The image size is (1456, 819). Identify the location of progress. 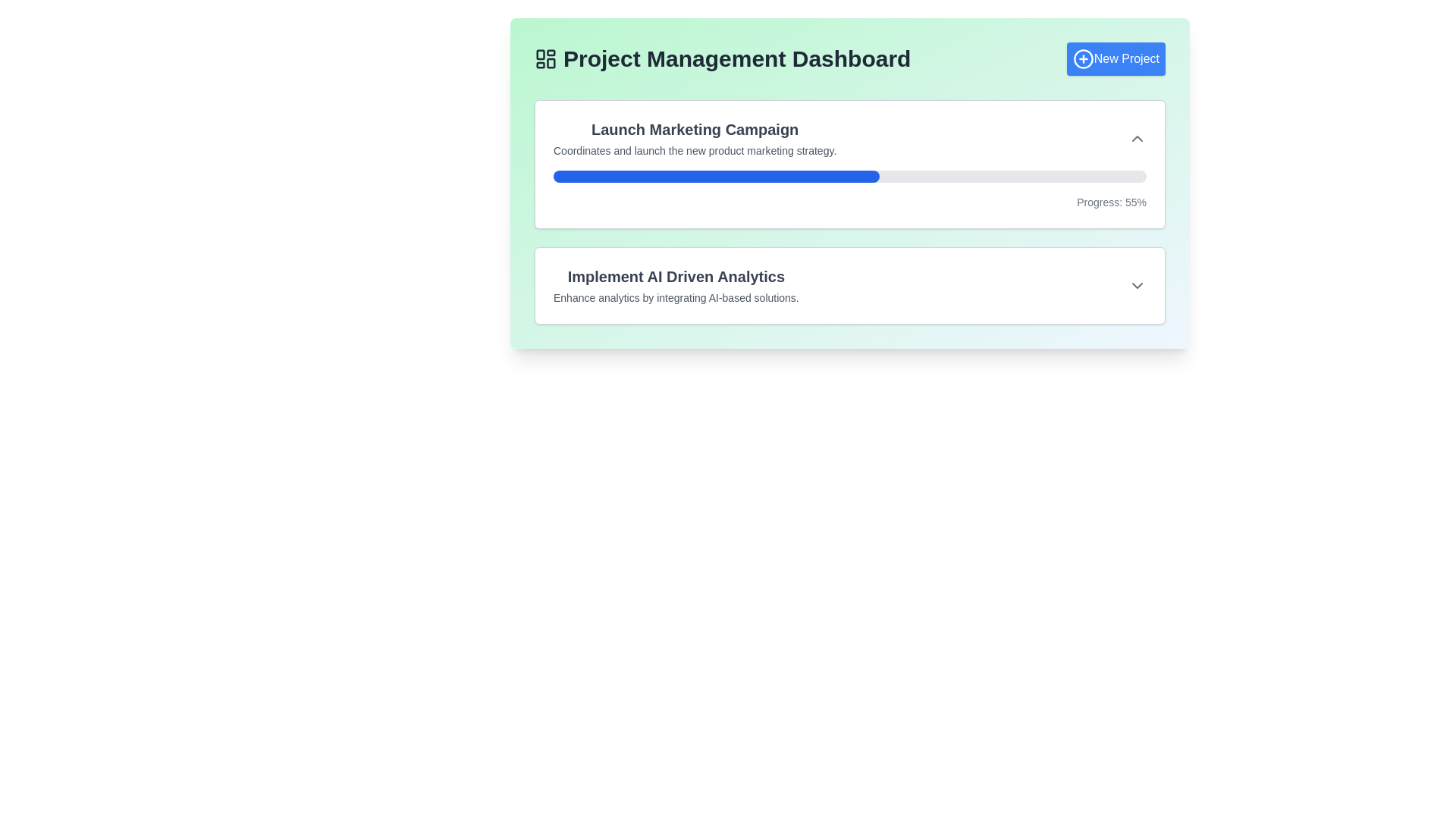
(719, 175).